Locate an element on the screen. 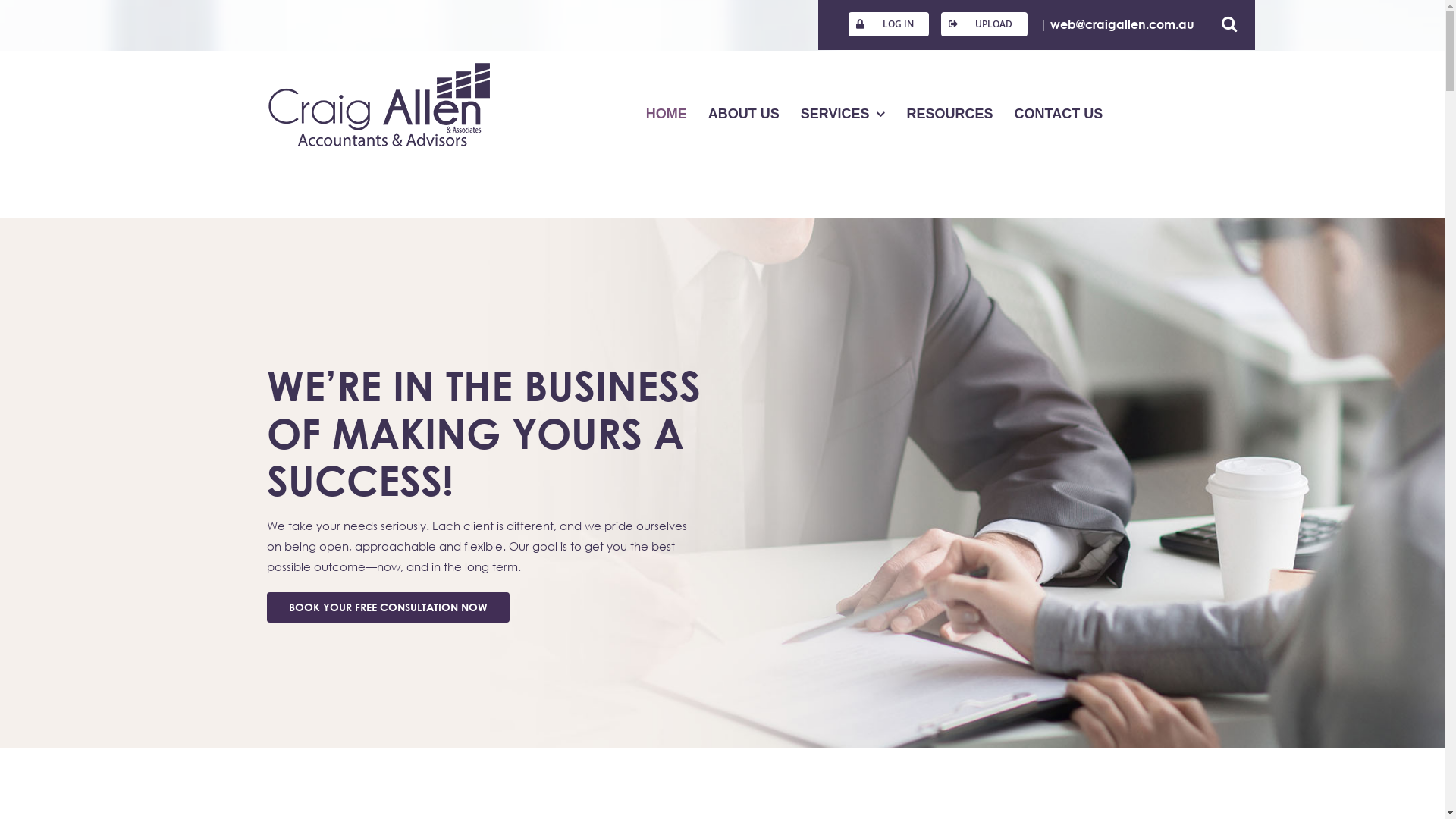 Image resolution: width=1456 pixels, height=819 pixels. 'Search' is located at coordinates (1237, 24).